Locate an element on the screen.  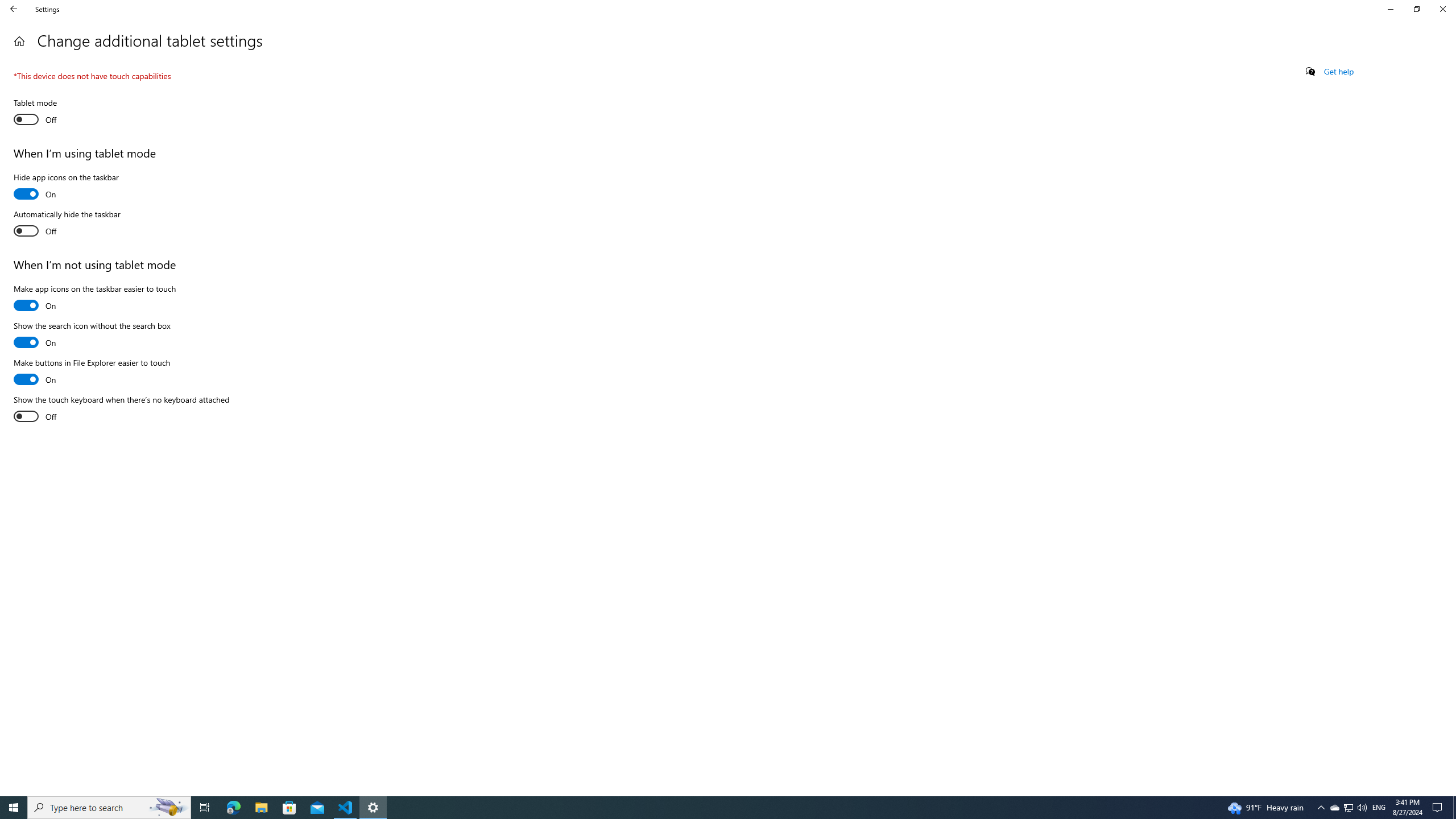
'Home' is located at coordinates (19, 41).